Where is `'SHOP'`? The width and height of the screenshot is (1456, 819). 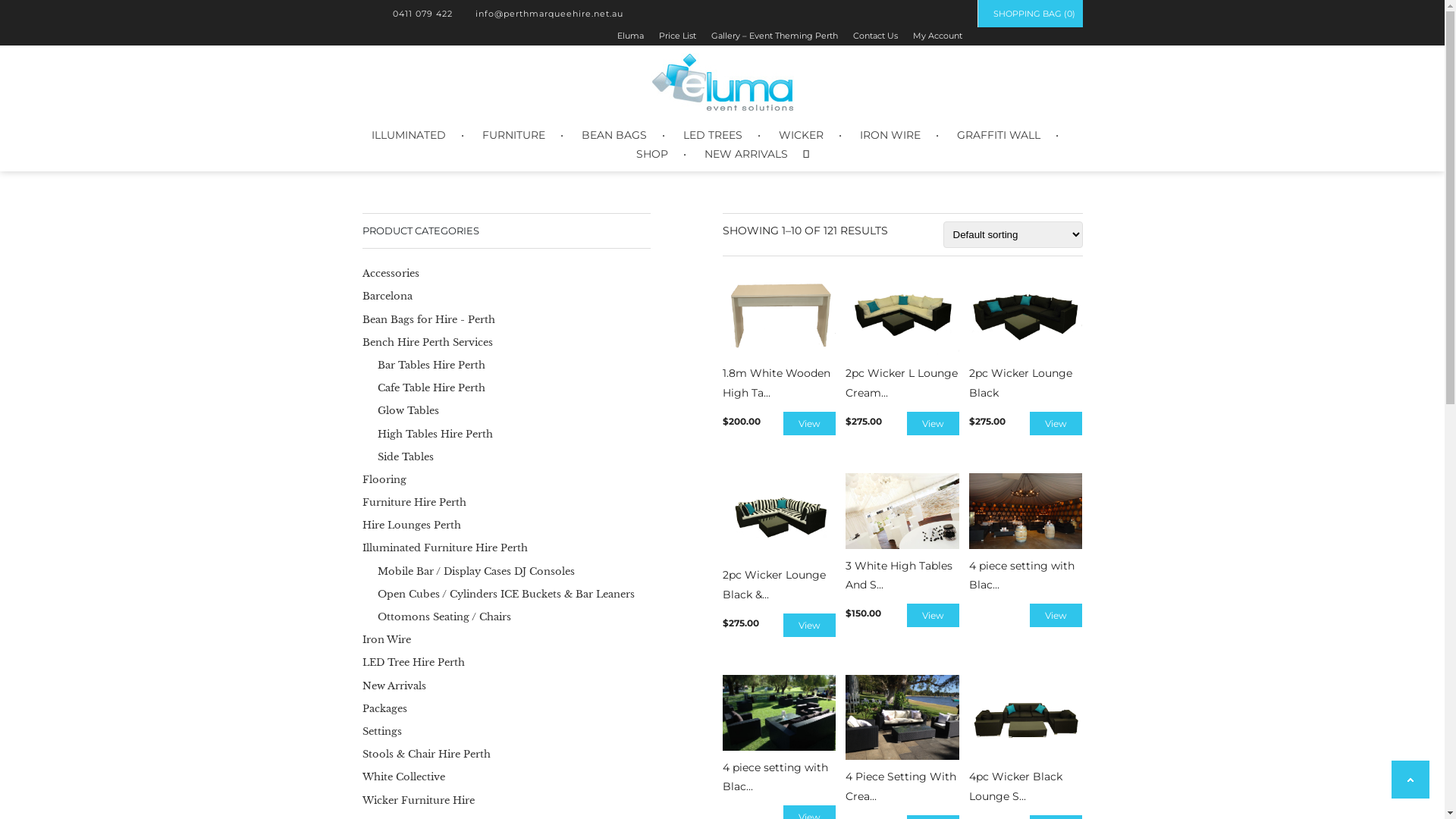 'SHOP' is located at coordinates (651, 154).